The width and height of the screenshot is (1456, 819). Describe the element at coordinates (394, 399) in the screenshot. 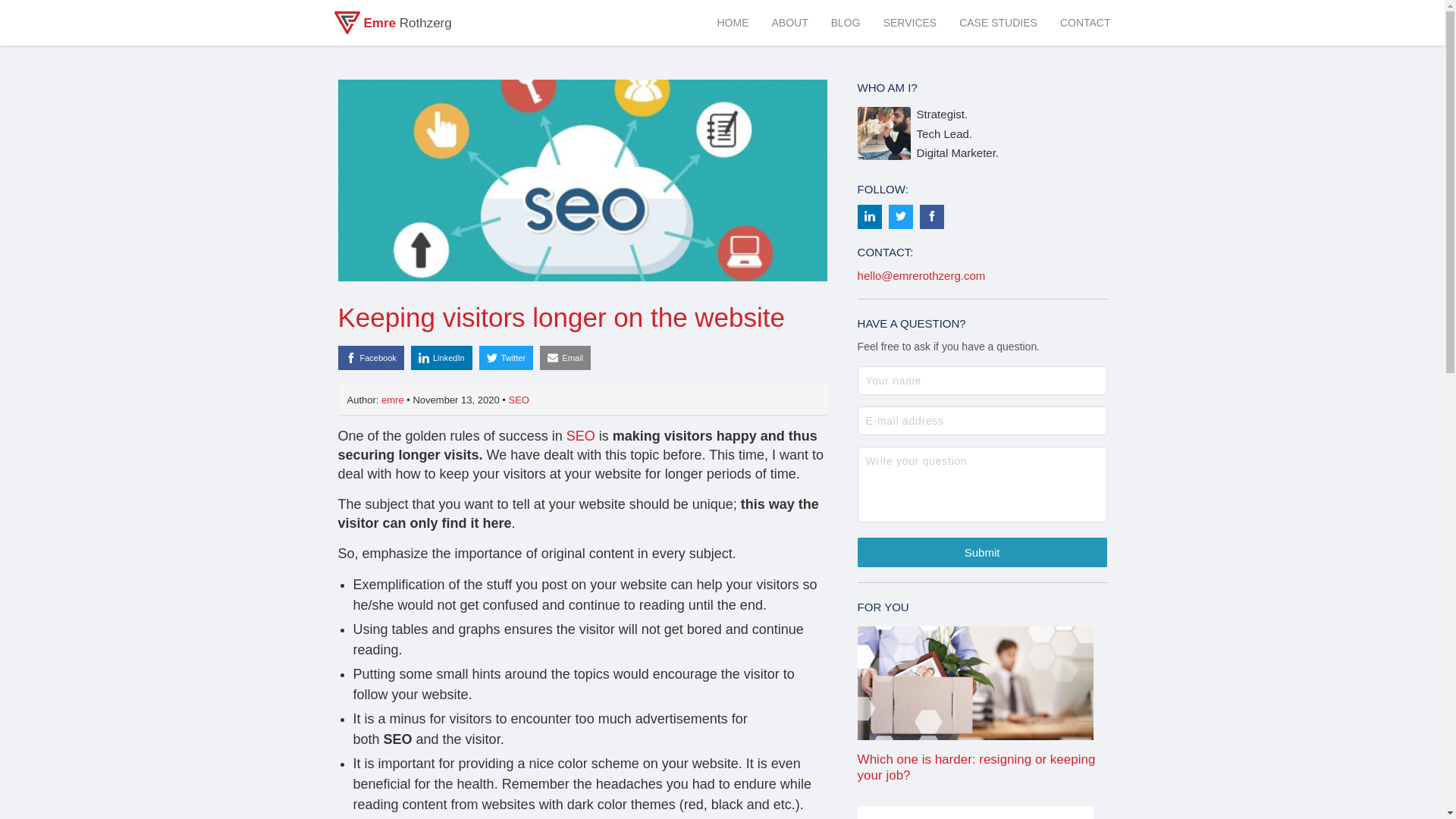

I see `'emre'` at that location.